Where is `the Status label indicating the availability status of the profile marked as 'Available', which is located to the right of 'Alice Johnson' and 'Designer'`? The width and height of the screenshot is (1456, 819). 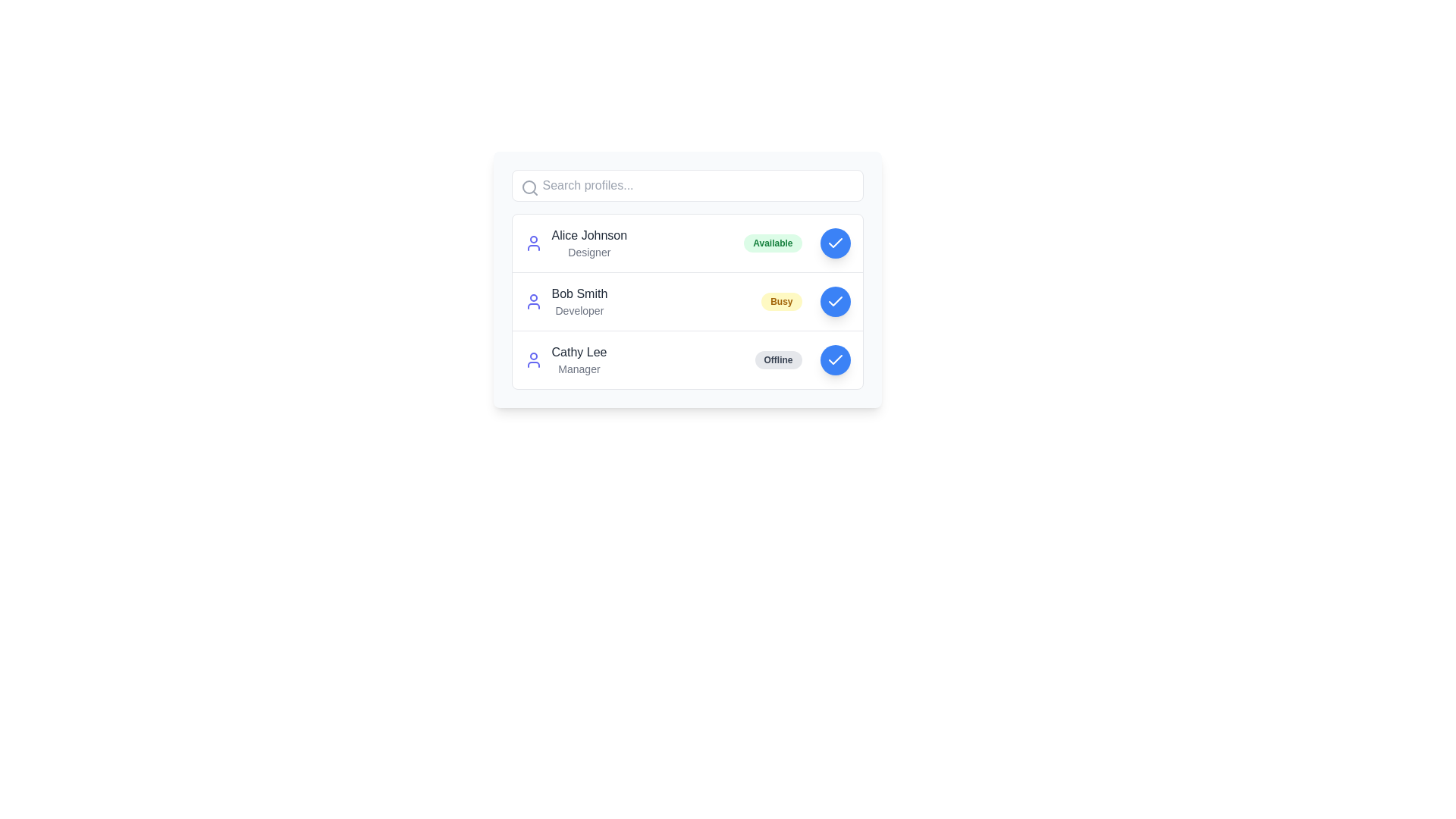
the Status label indicating the availability status of the profile marked as 'Available', which is located to the right of 'Alice Johnson' and 'Designer' is located at coordinates (773, 242).